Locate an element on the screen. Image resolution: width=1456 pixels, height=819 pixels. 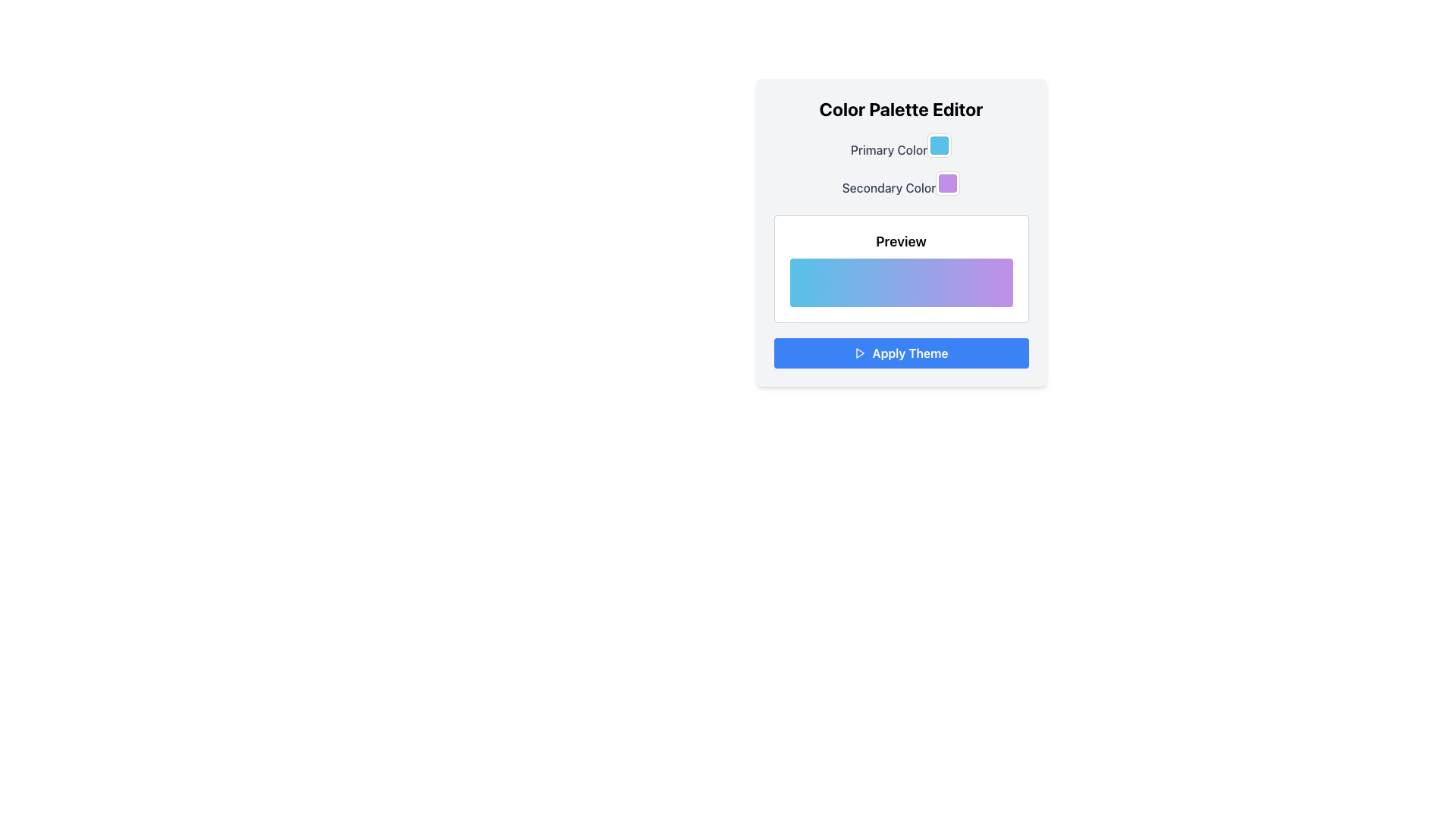
the bright blue color box is located at coordinates (939, 146).